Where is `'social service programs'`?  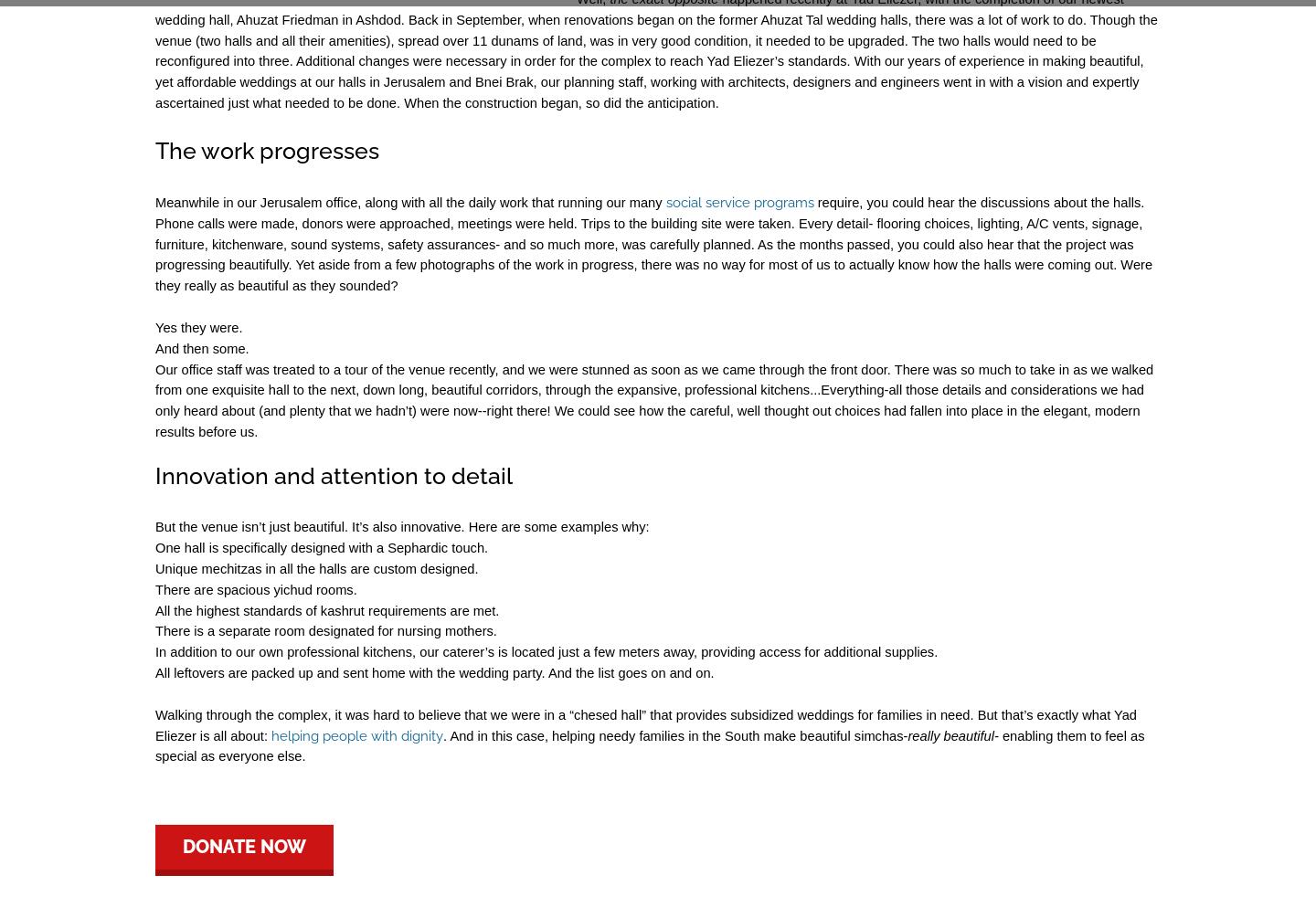
'social service programs' is located at coordinates (738, 201).